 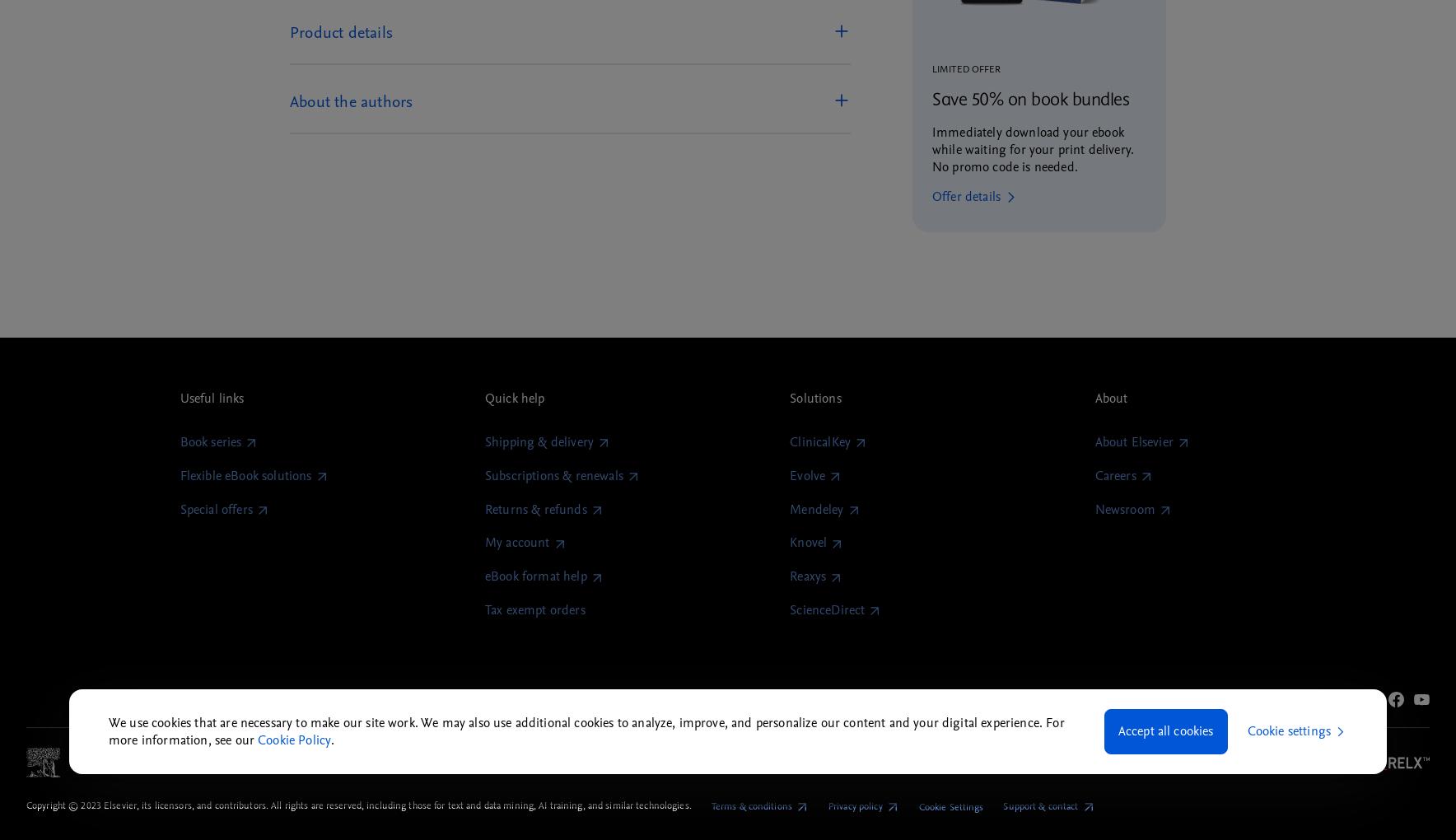 What do you see at coordinates (341, 31) in the screenshot?
I see `'Product details'` at bounding box center [341, 31].